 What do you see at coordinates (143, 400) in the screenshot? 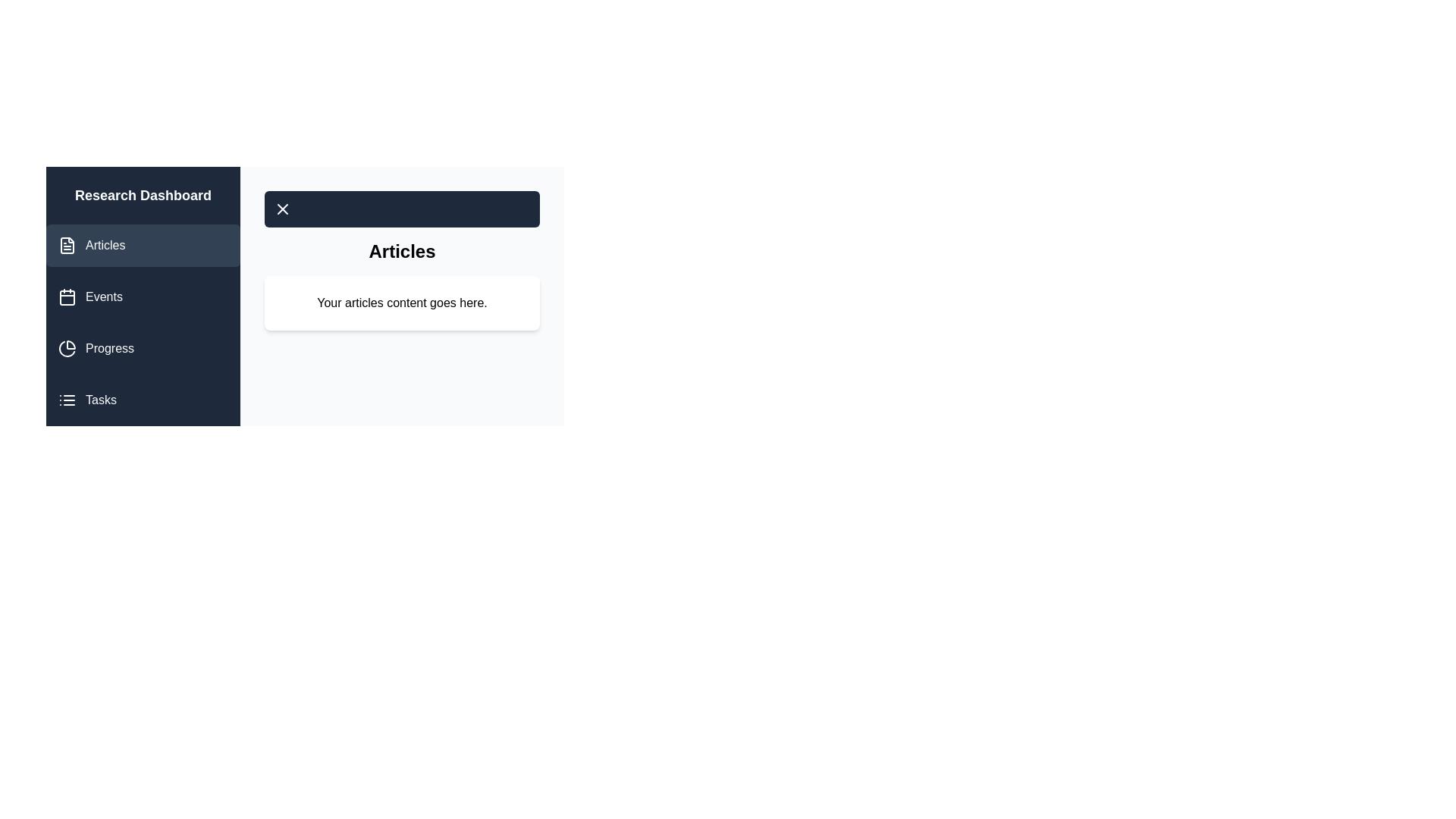
I see `the Tasks section in the sidebar to navigate` at bounding box center [143, 400].